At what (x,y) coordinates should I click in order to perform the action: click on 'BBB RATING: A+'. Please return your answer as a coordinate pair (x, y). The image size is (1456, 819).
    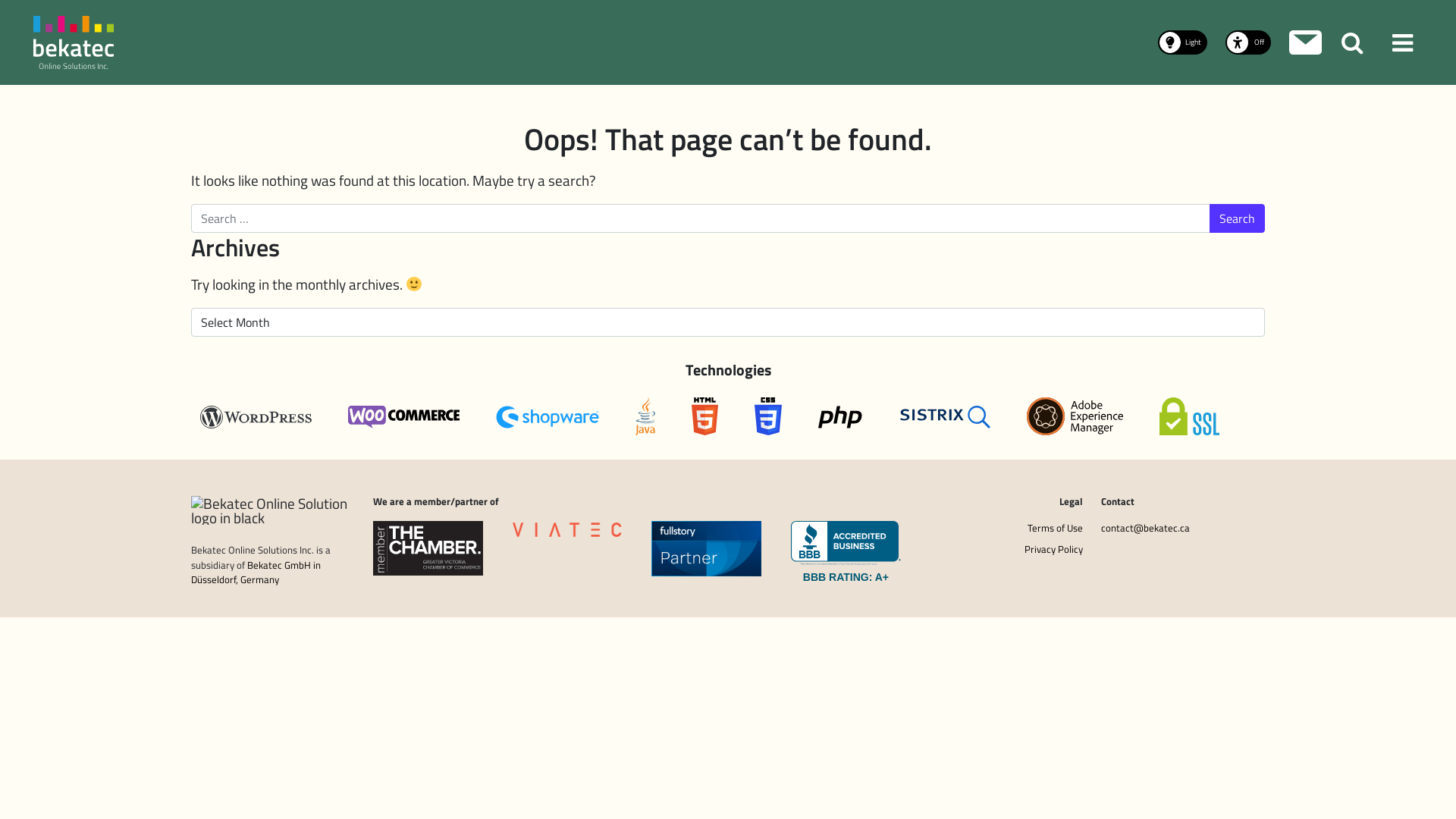
    Looking at the image, I should click on (845, 576).